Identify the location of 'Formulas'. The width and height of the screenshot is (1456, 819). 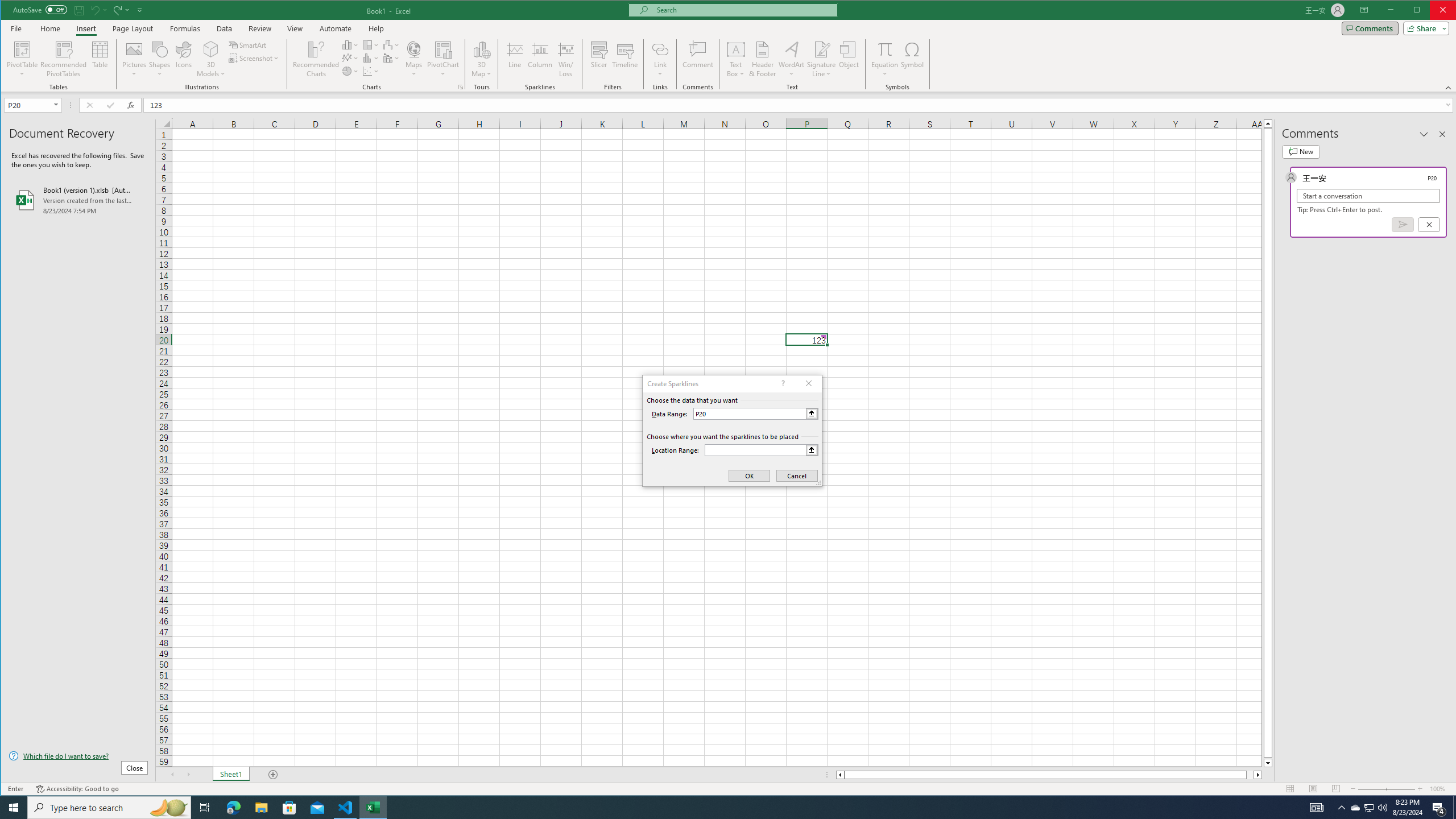
(185, 28).